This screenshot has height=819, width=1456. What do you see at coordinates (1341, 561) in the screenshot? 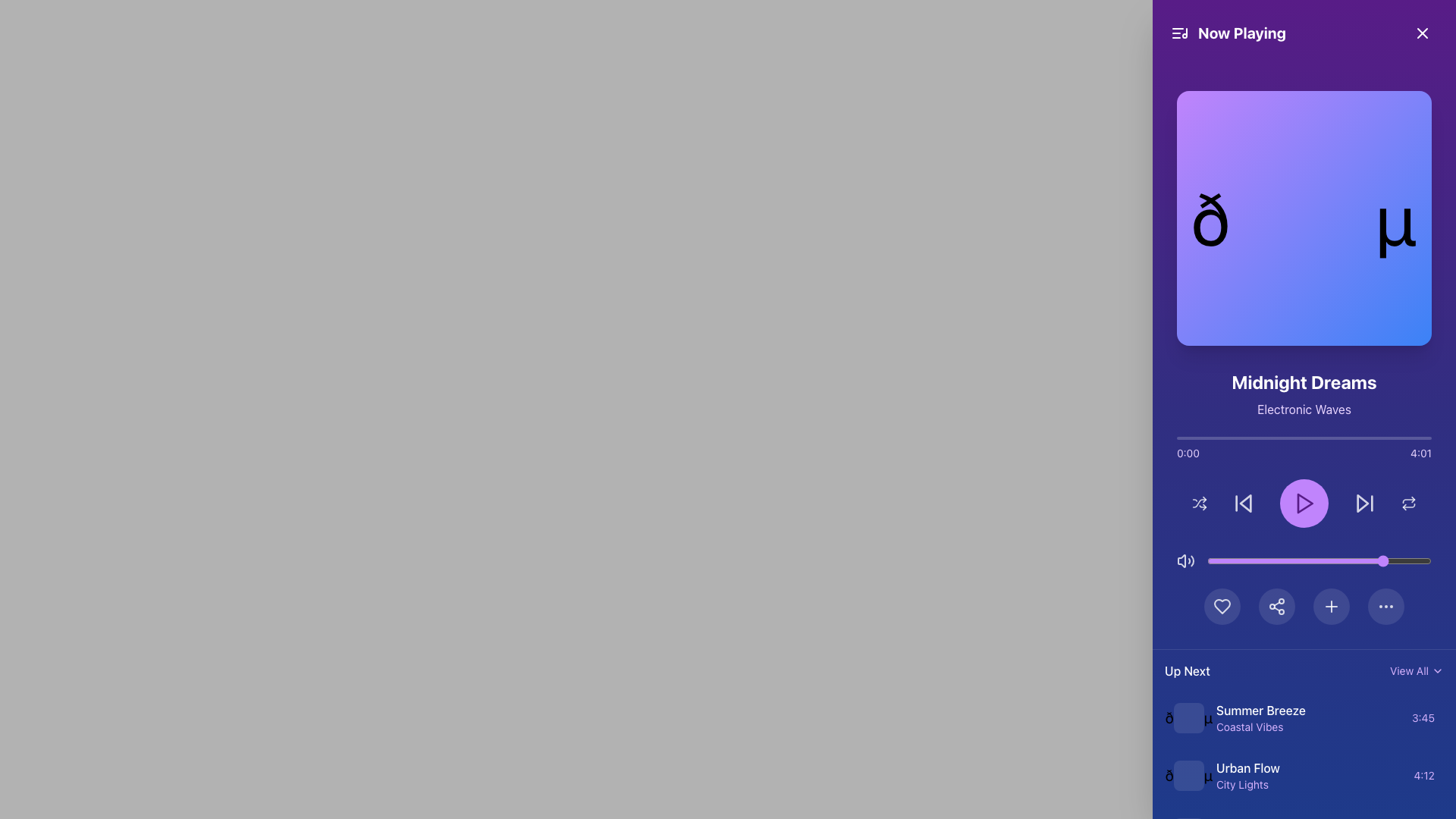
I see `slider value` at bounding box center [1341, 561].